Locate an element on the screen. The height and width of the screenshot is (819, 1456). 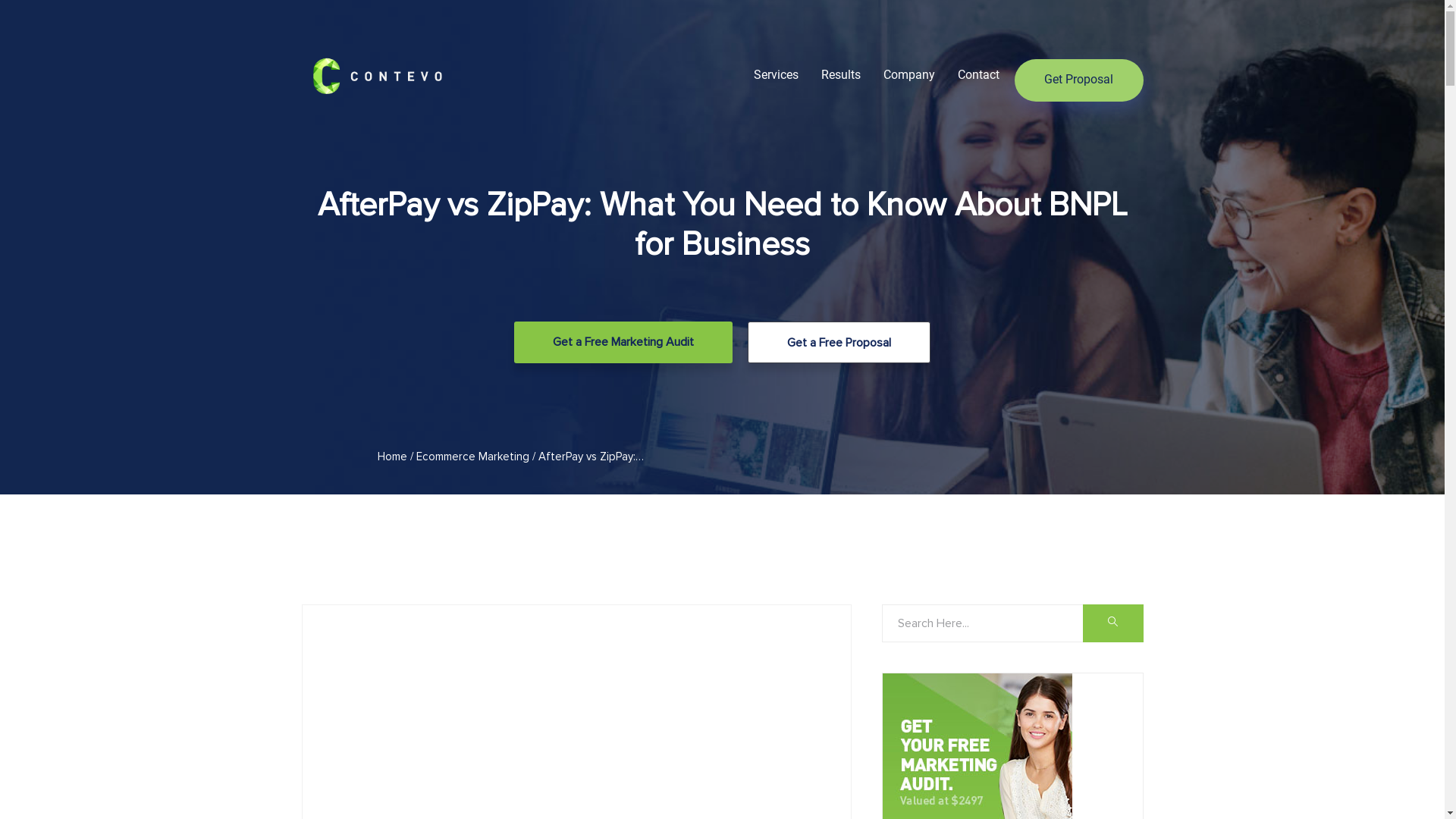
'Get Proposal' is located at coordinates (1078, 80).